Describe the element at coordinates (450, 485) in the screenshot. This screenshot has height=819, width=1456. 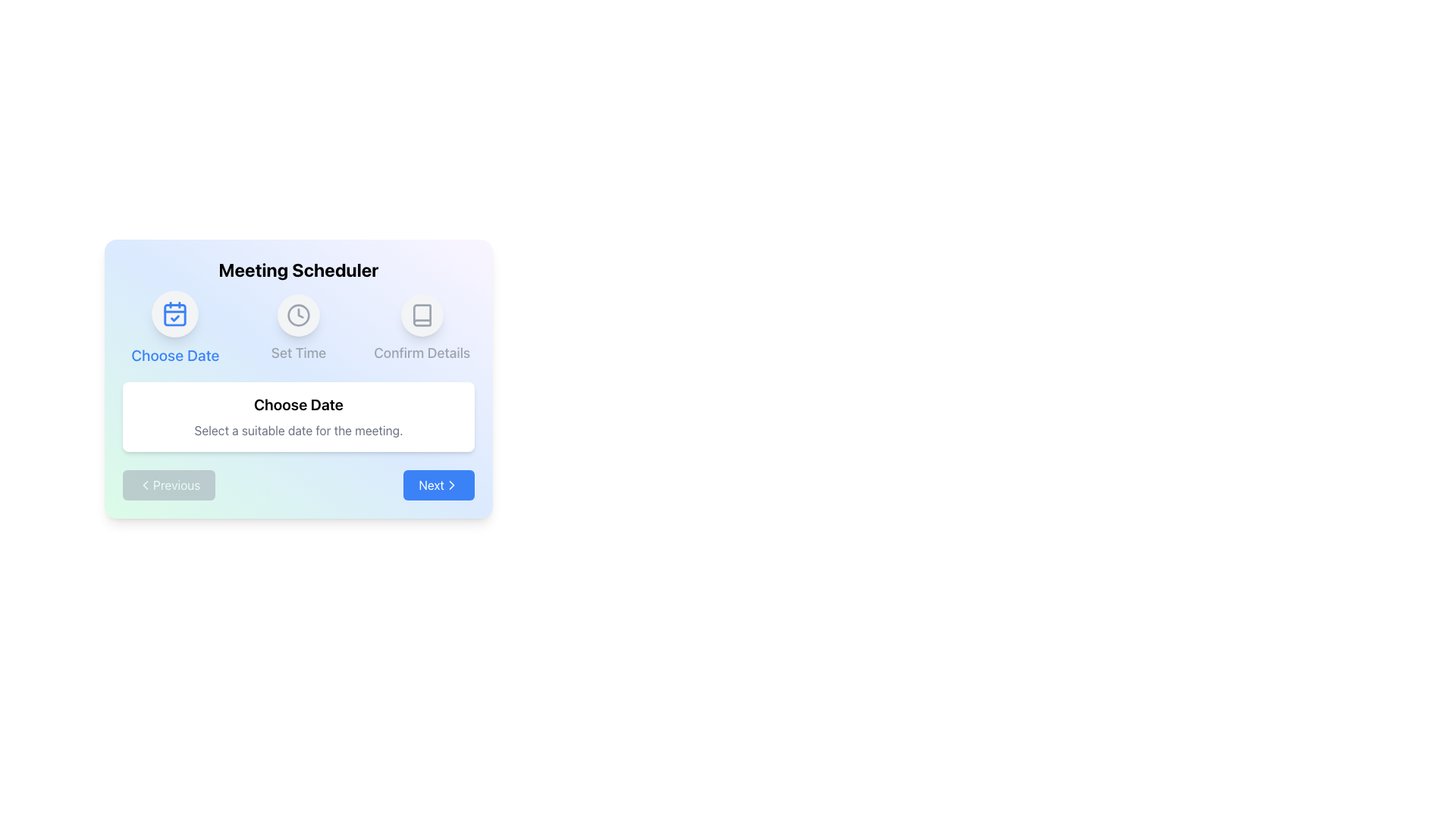
I see `the right-oriented chevron navigation arrow element, which is located within the 'Next' button, to indirectly interact with the button` at that location.